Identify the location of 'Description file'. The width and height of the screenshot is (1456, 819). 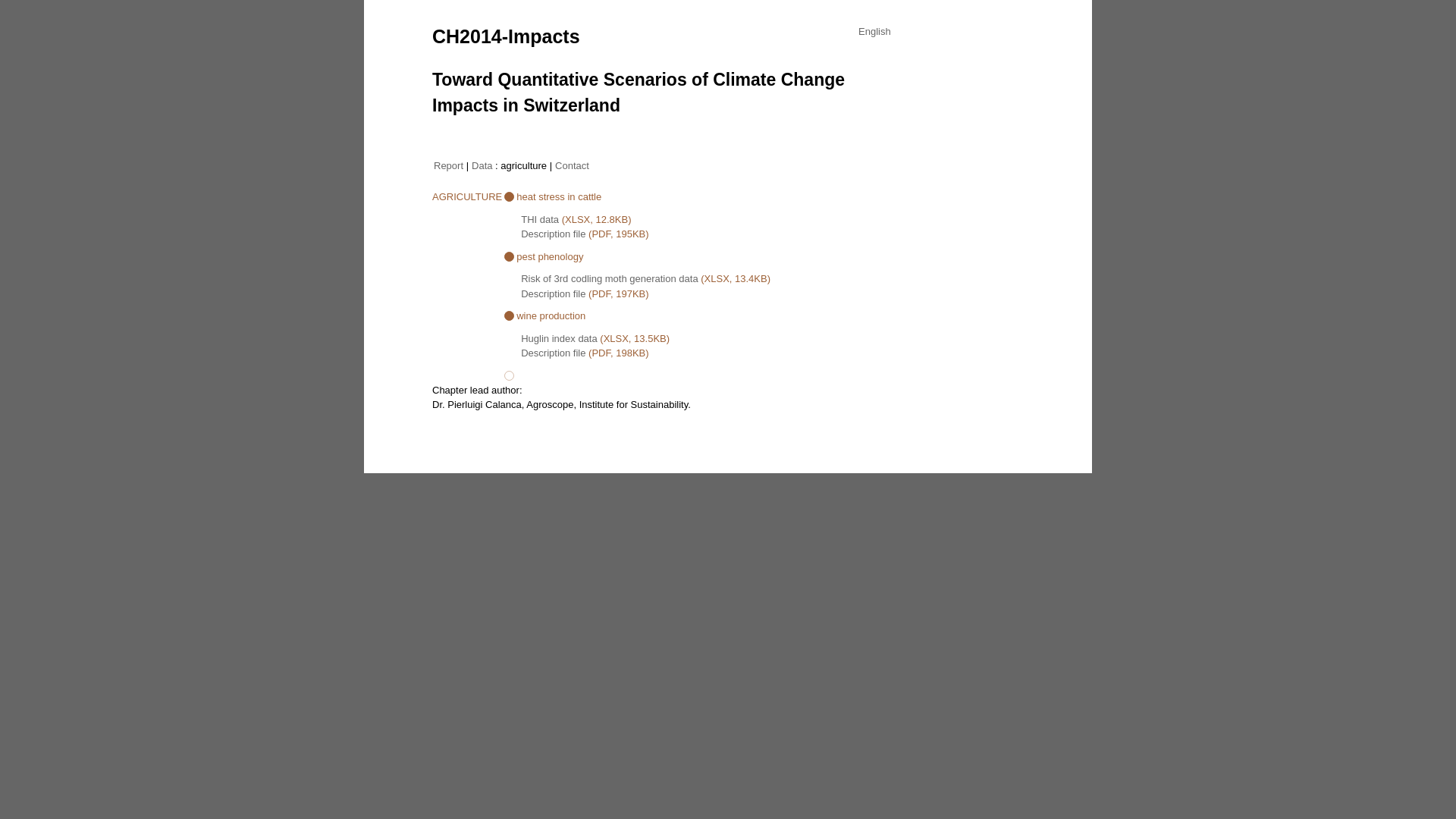
(552, 234).